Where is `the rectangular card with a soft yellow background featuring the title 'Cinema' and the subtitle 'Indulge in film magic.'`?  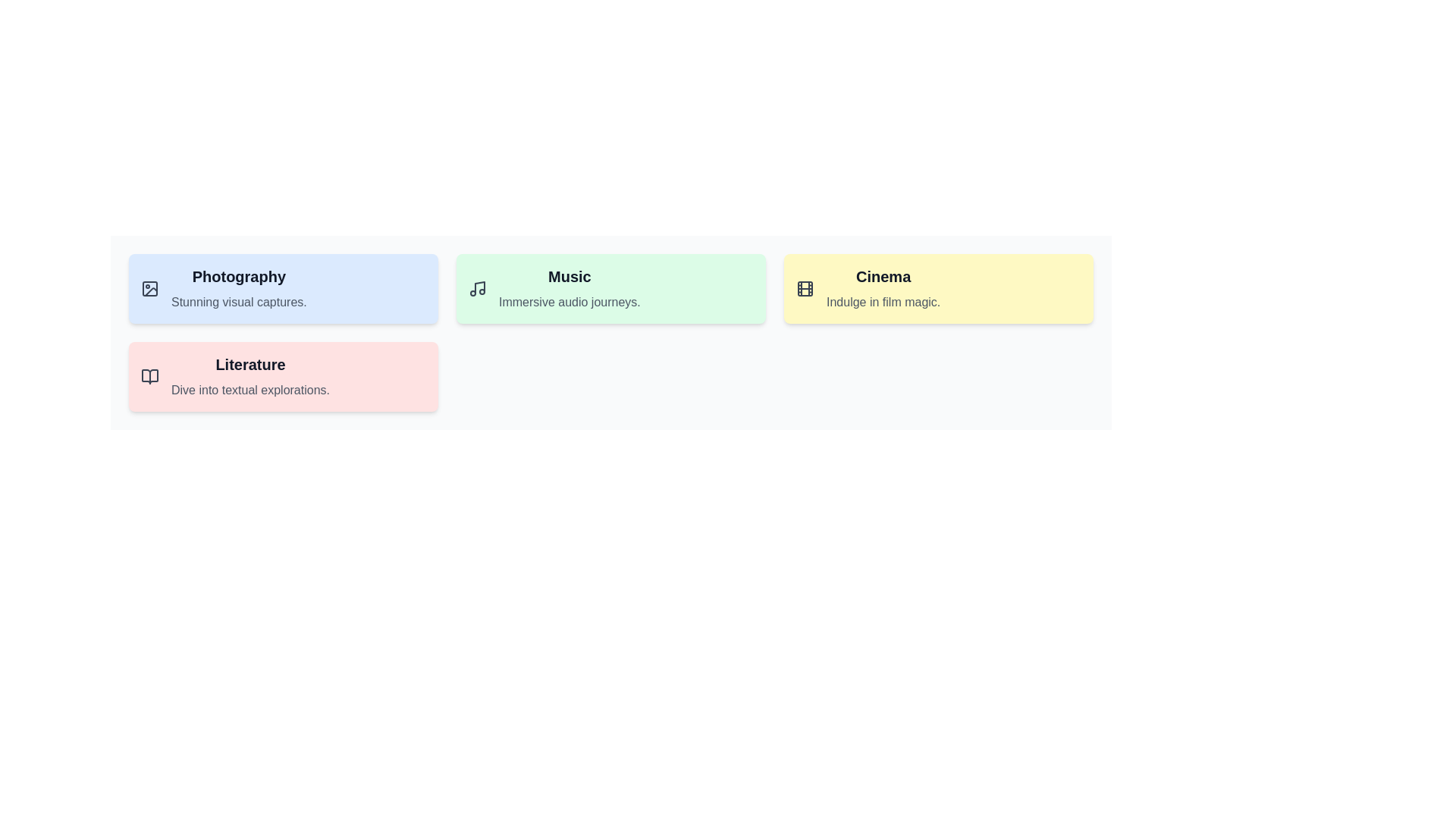
the rectangular card with a soft yellow background featuring the title 'Cinema' and the subtitle 'Indulge in film magic.' is located at coordinates (938, 289).